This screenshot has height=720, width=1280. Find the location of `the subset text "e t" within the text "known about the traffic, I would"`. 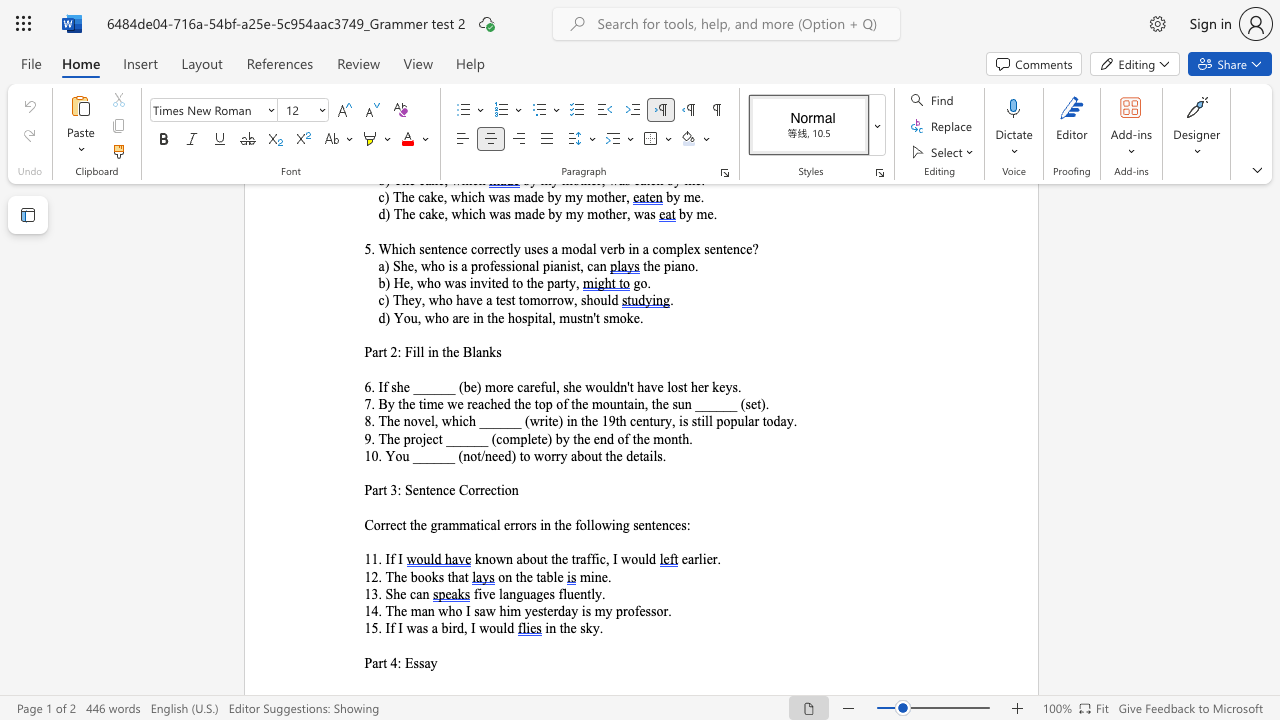

the subset text "e t" within the text "known about the traffic, I would" is located at coordinates (561, 559).